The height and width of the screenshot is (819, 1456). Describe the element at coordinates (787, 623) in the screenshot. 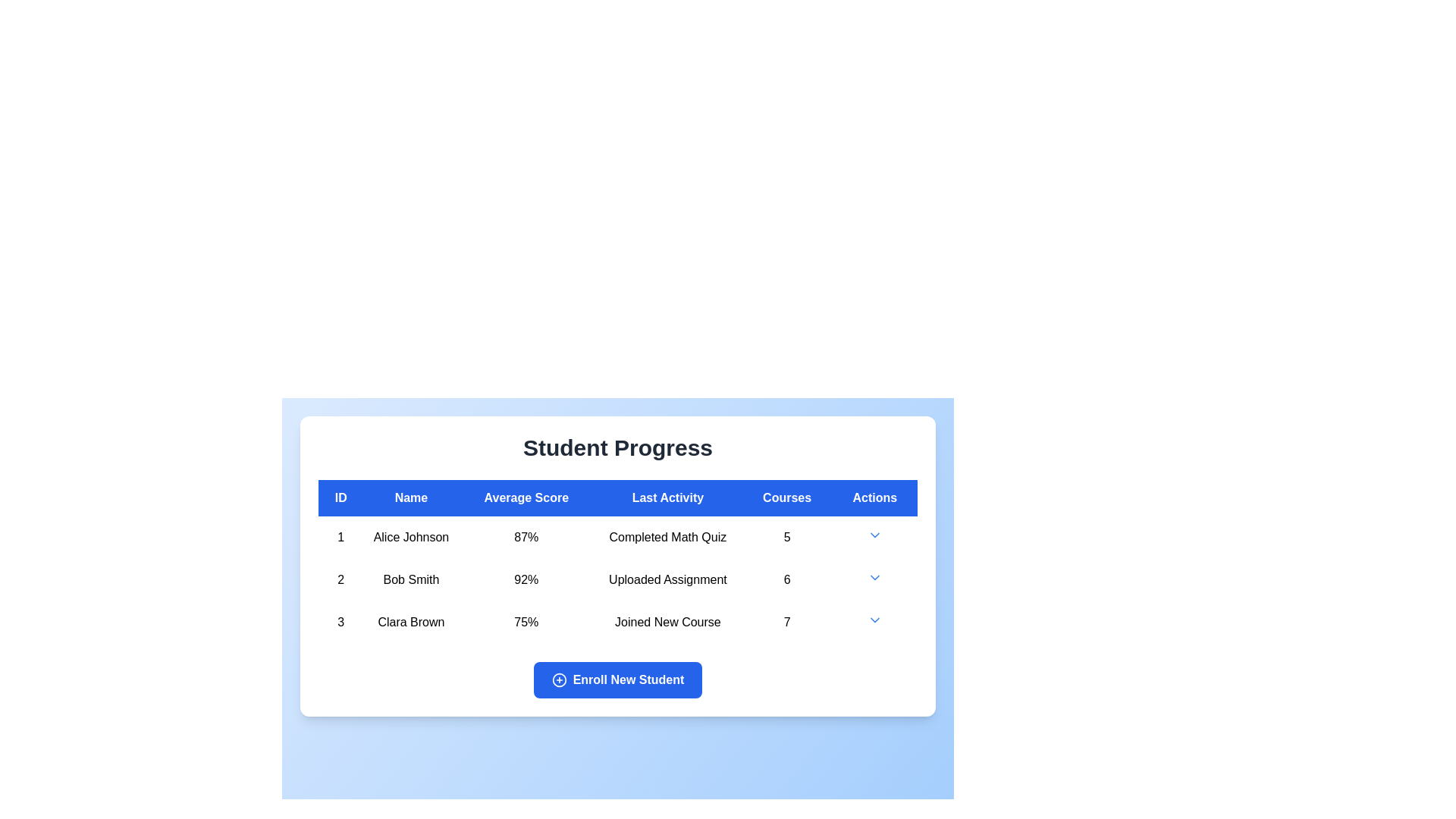

I see `numeric value displayed in the Static table cell for the student 'Clara Brown' in the 'Courses' column of the 'Student Progress' table` at that location.